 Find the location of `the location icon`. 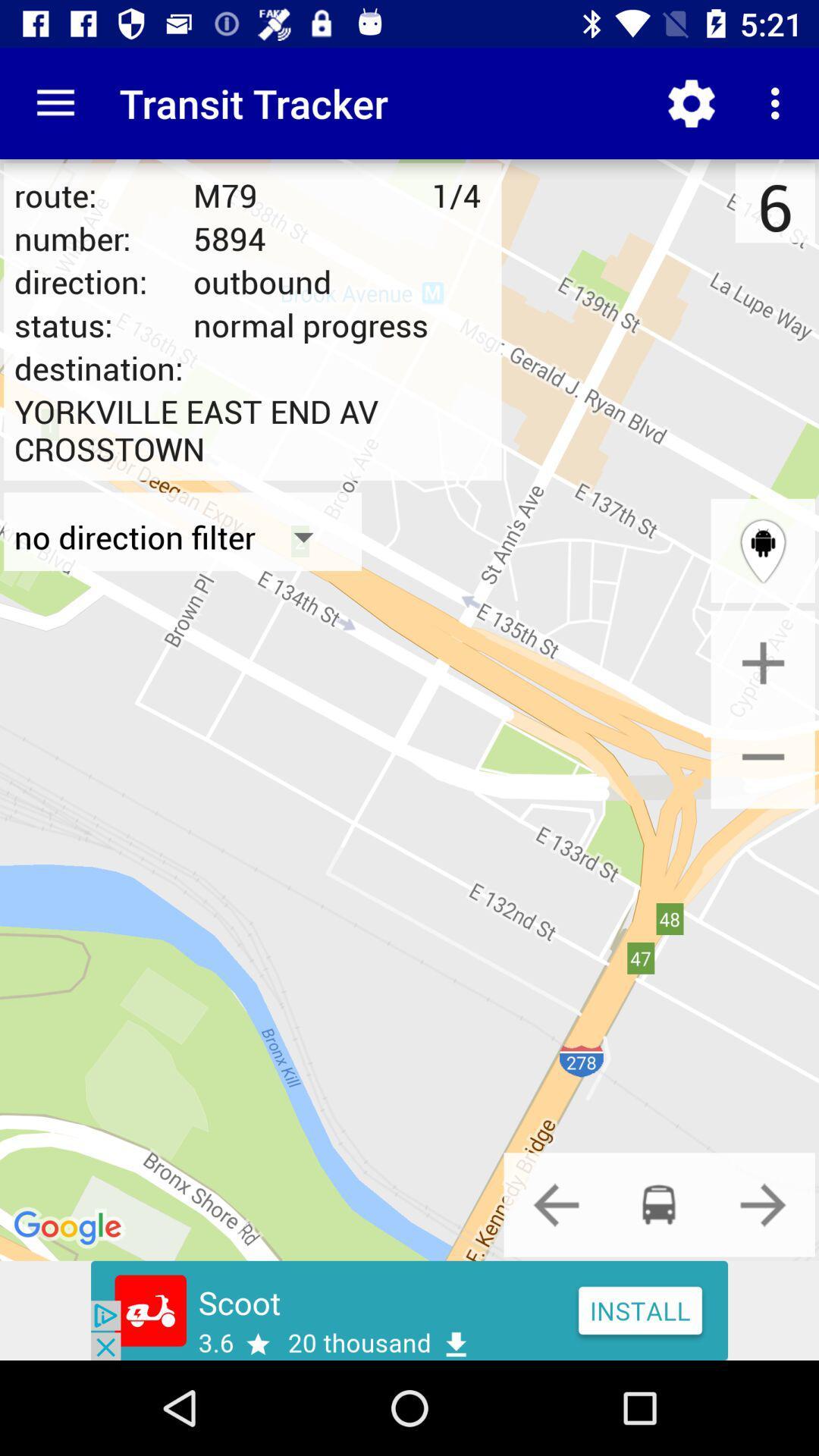

the location icon is located at coordinates (763, 550).